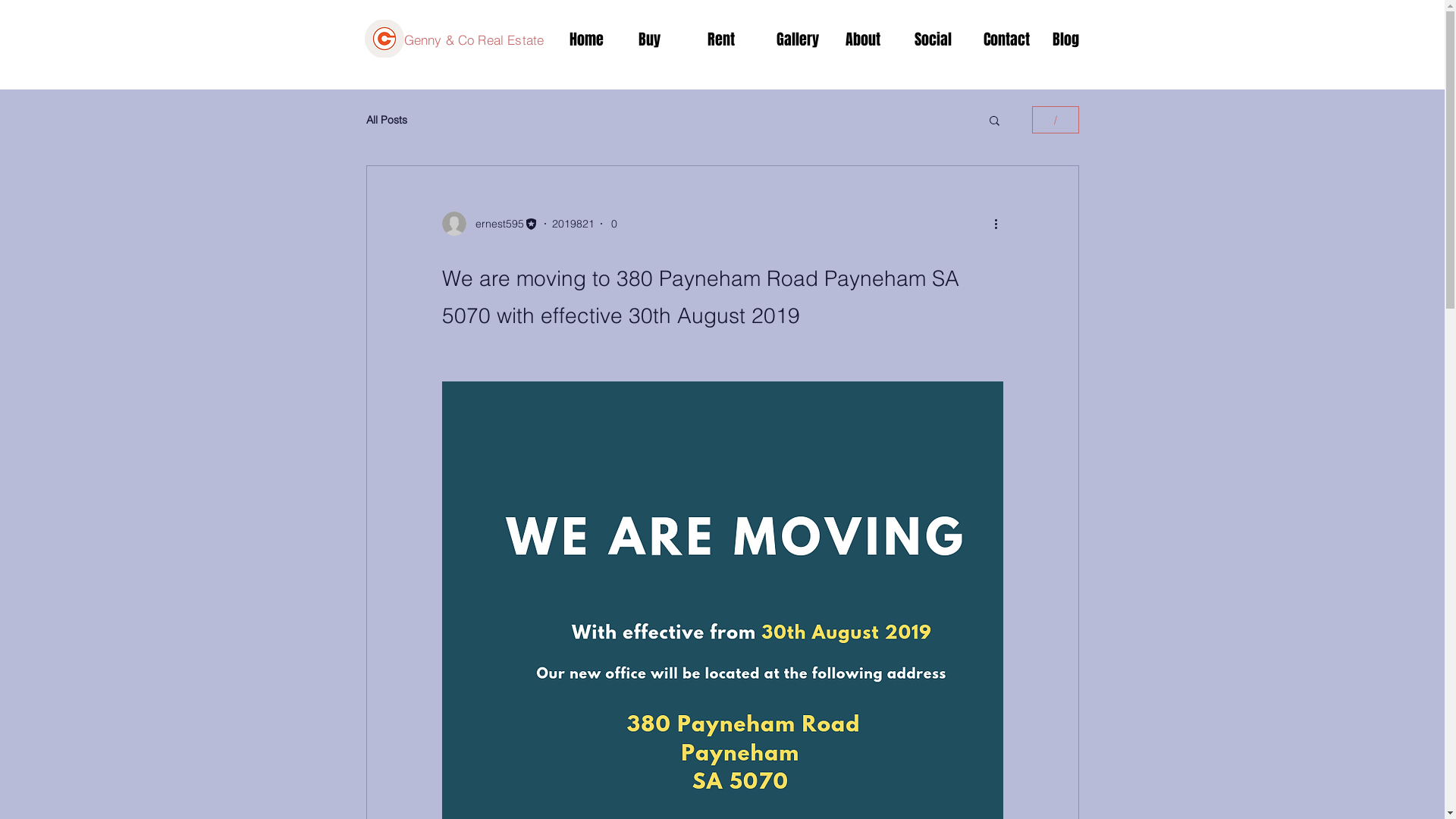 Image resolution: width=1456 pixels, height=819 pixels. What do you see at coordinates (591, 38) in the screenshot?
I see `'Home'` at bounding box center [591, 38].